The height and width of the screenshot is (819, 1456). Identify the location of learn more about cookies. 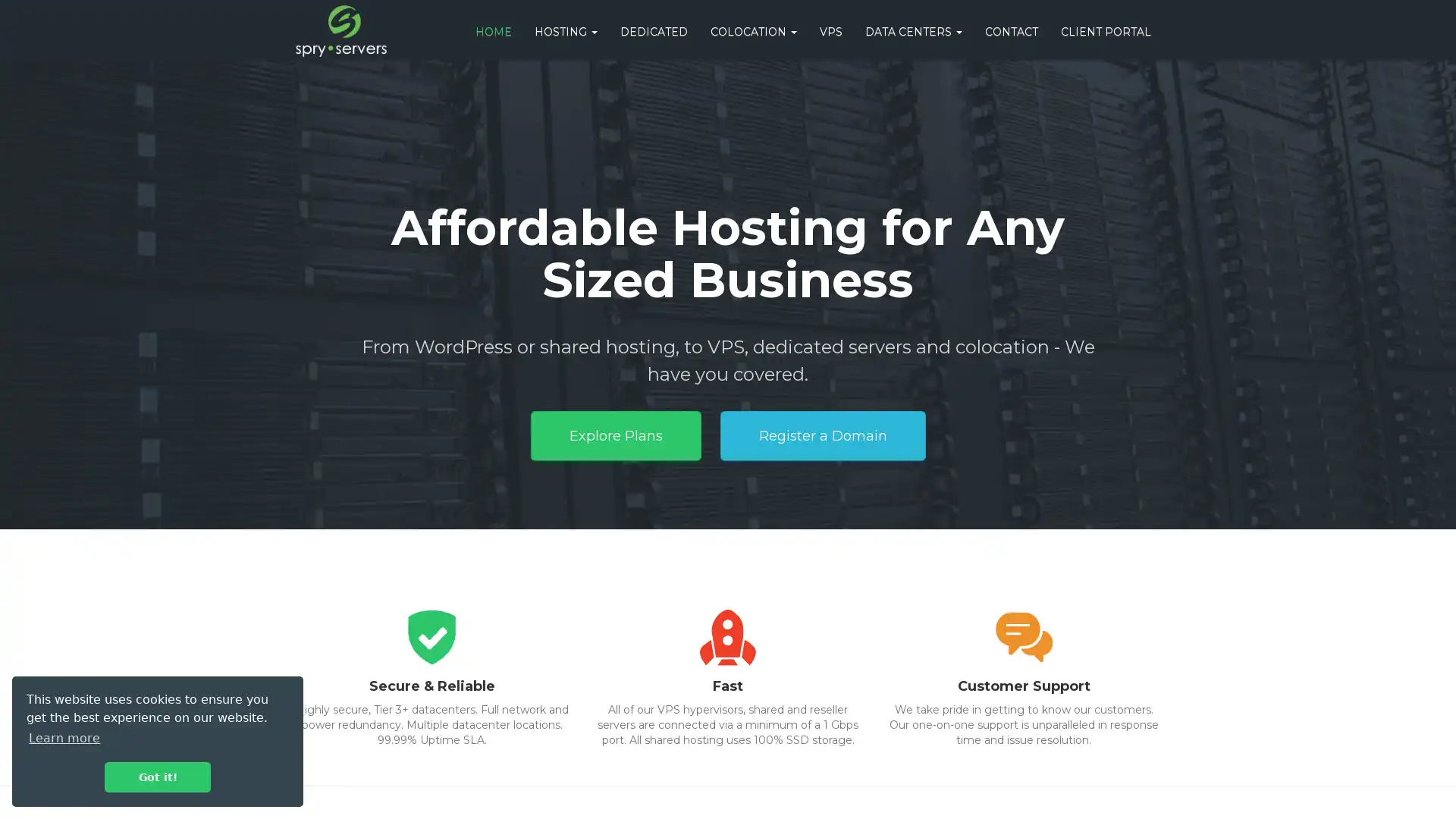
(64, 737).